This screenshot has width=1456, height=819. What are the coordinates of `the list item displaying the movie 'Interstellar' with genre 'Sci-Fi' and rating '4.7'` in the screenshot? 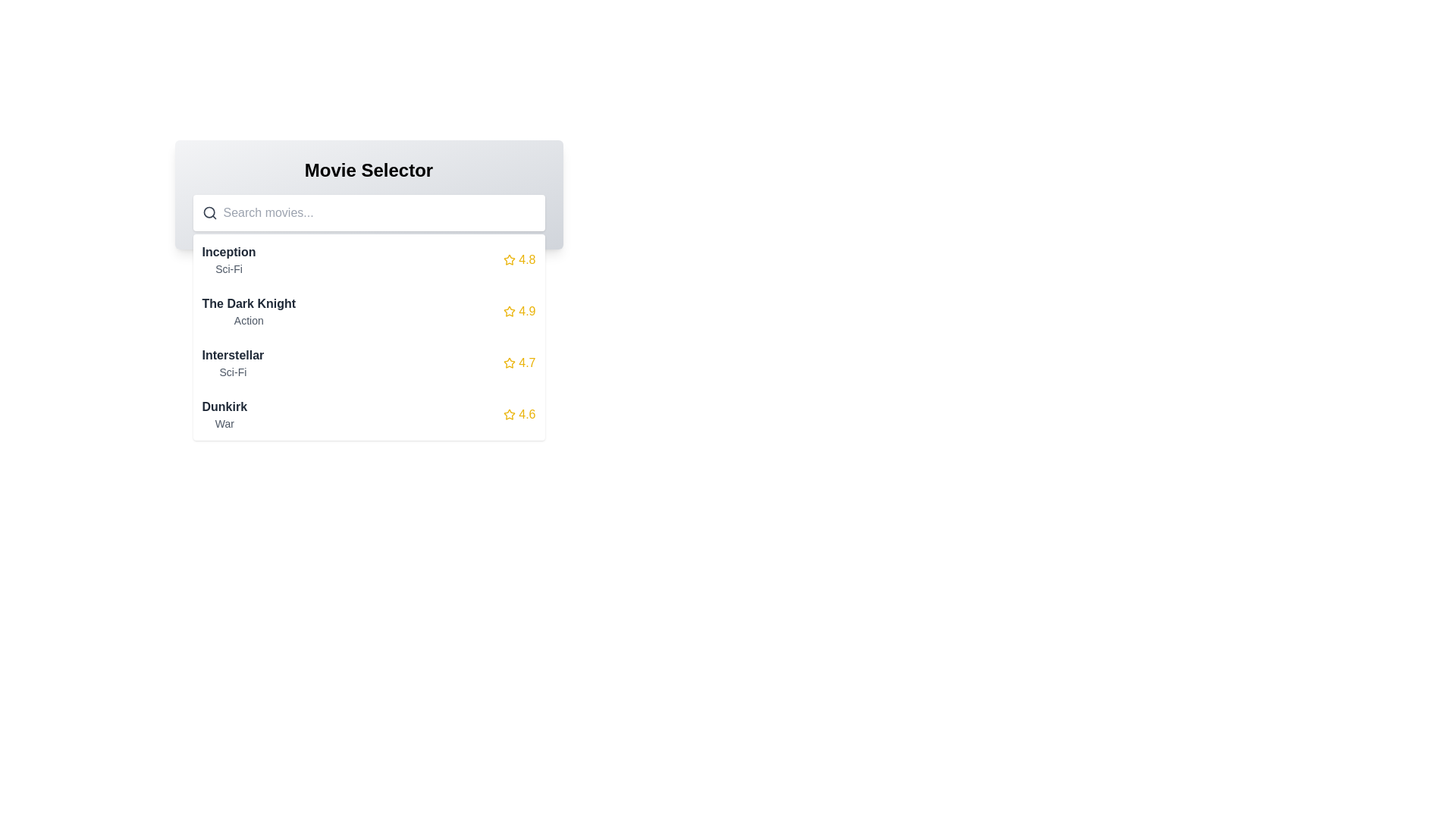 It's located at (369, 362).